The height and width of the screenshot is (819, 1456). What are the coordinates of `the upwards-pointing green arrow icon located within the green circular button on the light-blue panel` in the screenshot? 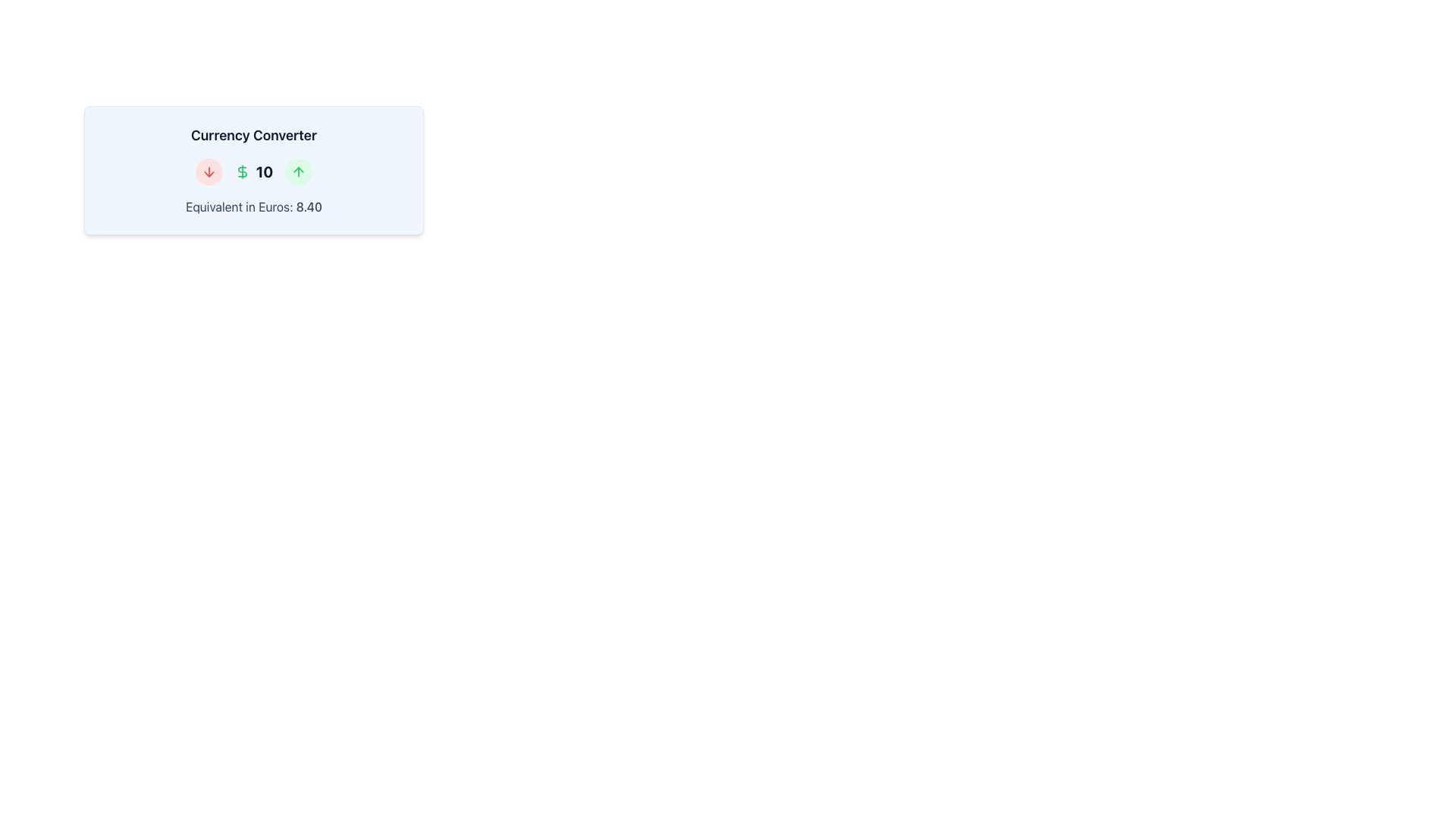 It's located at (299, 171).